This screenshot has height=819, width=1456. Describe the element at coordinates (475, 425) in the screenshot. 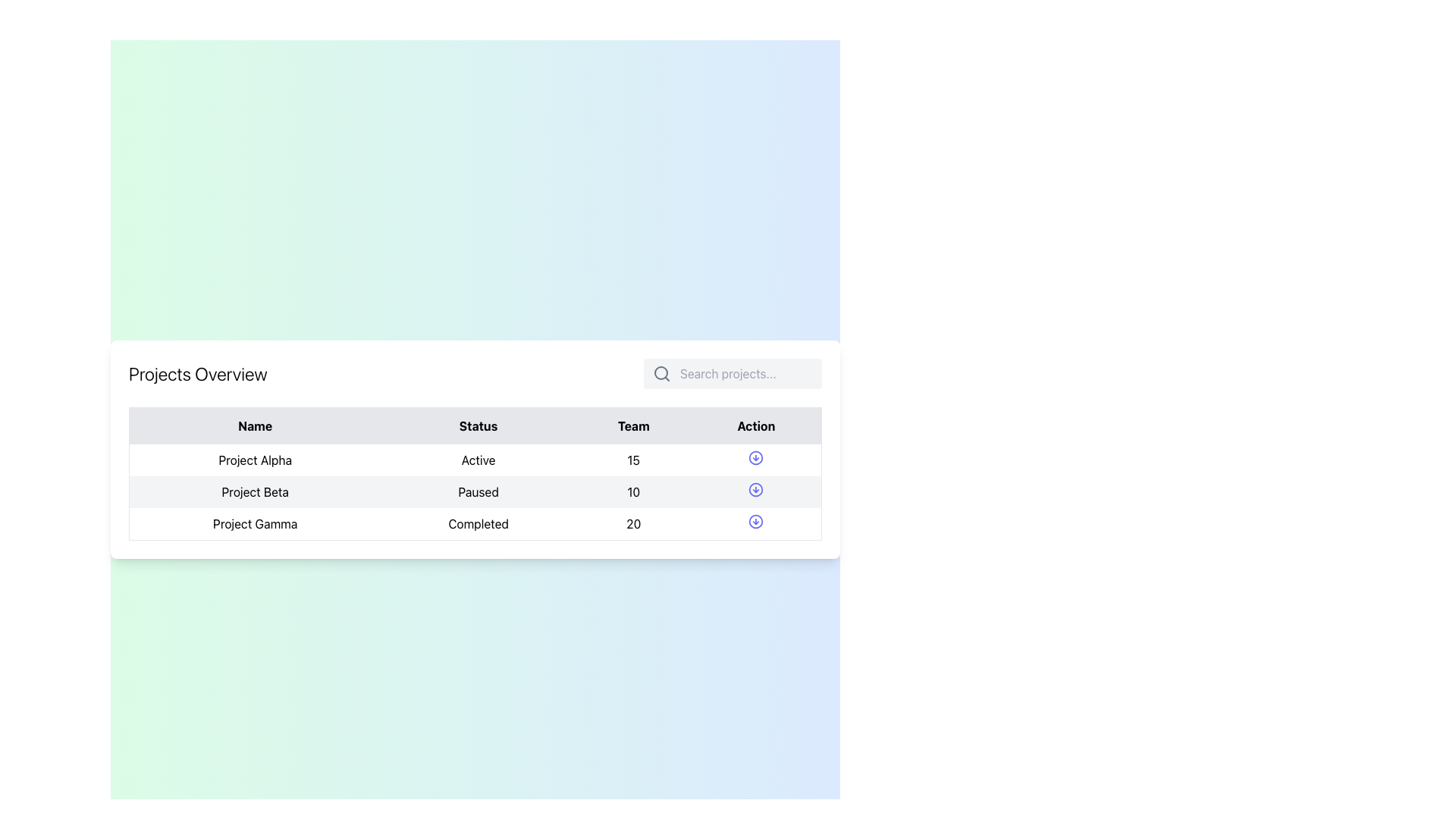

I see `labels presented in the Table header row containing 'Name', 'Status', 'Team', and 'Action' text segments` at that location.